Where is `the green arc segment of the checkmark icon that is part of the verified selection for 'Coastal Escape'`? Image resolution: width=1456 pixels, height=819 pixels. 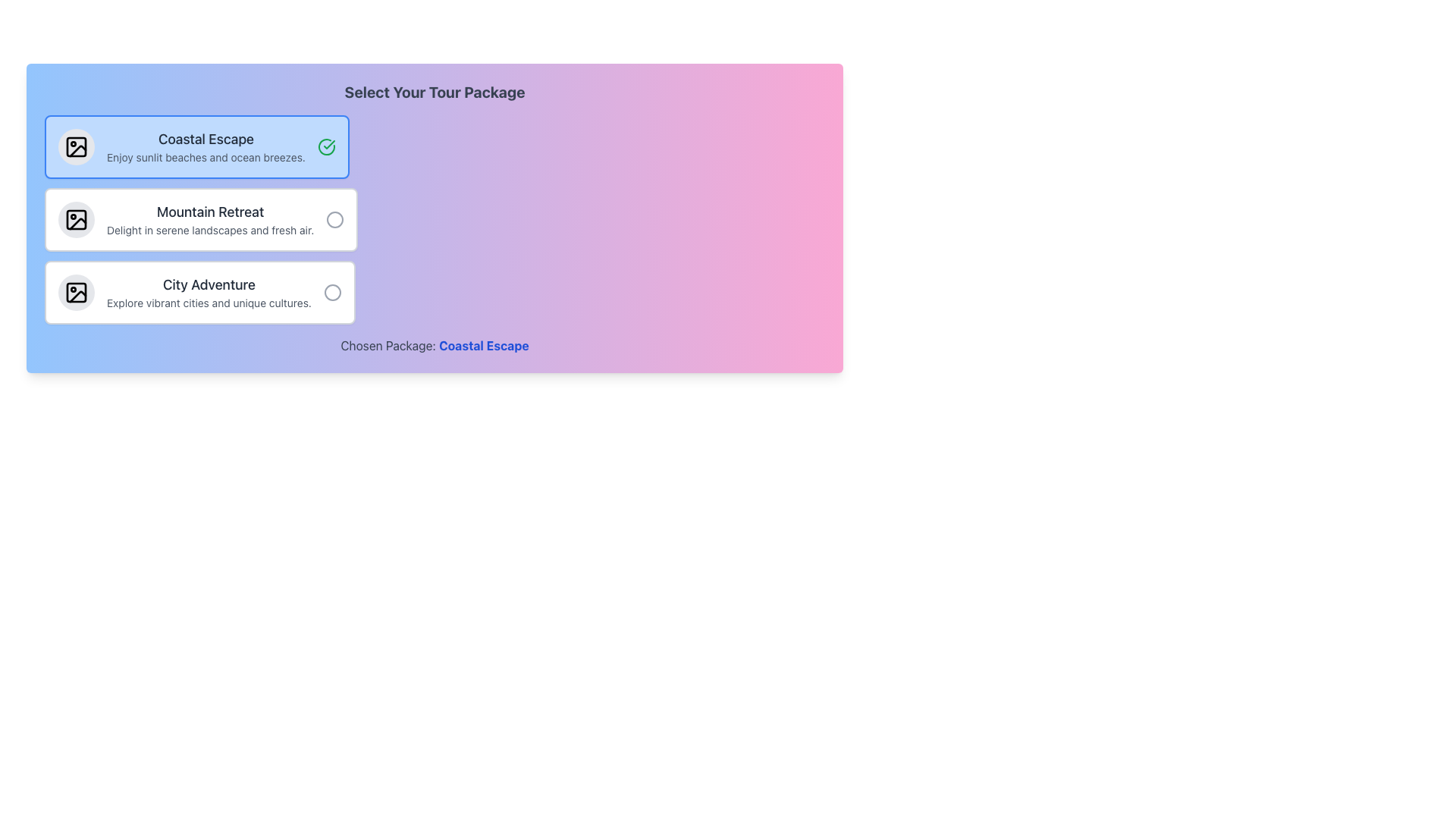
the green arc segment of the checkmark icon that is part of the verified selection for 'Coastal Escape' is located at coordinates (325, 146).